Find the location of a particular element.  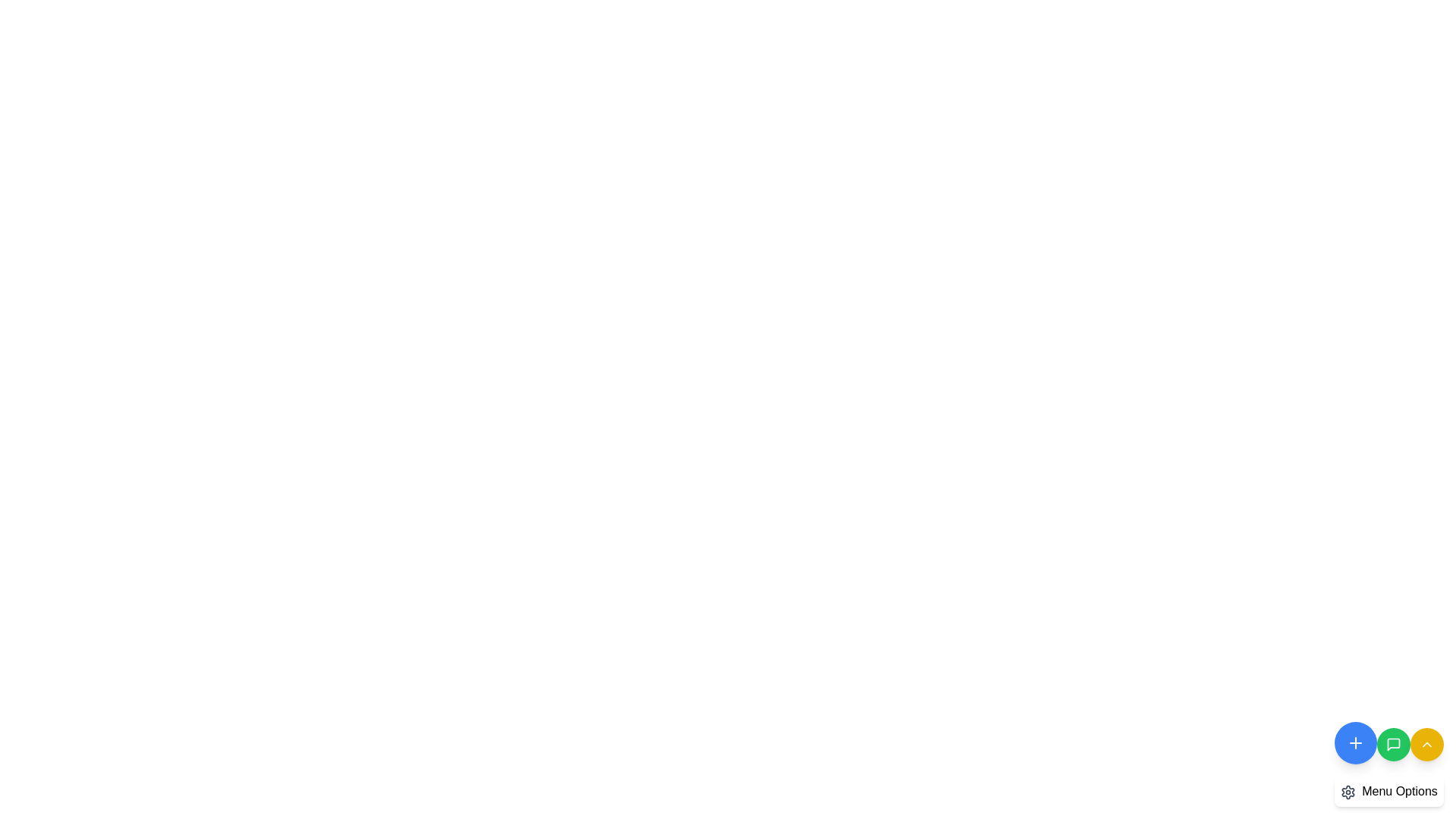

the second button located at the bottom-right corner of the interface, between a blue button with a plus sign and a yellow button with an upward-facing chevron is located at coordinates (1389, 761).